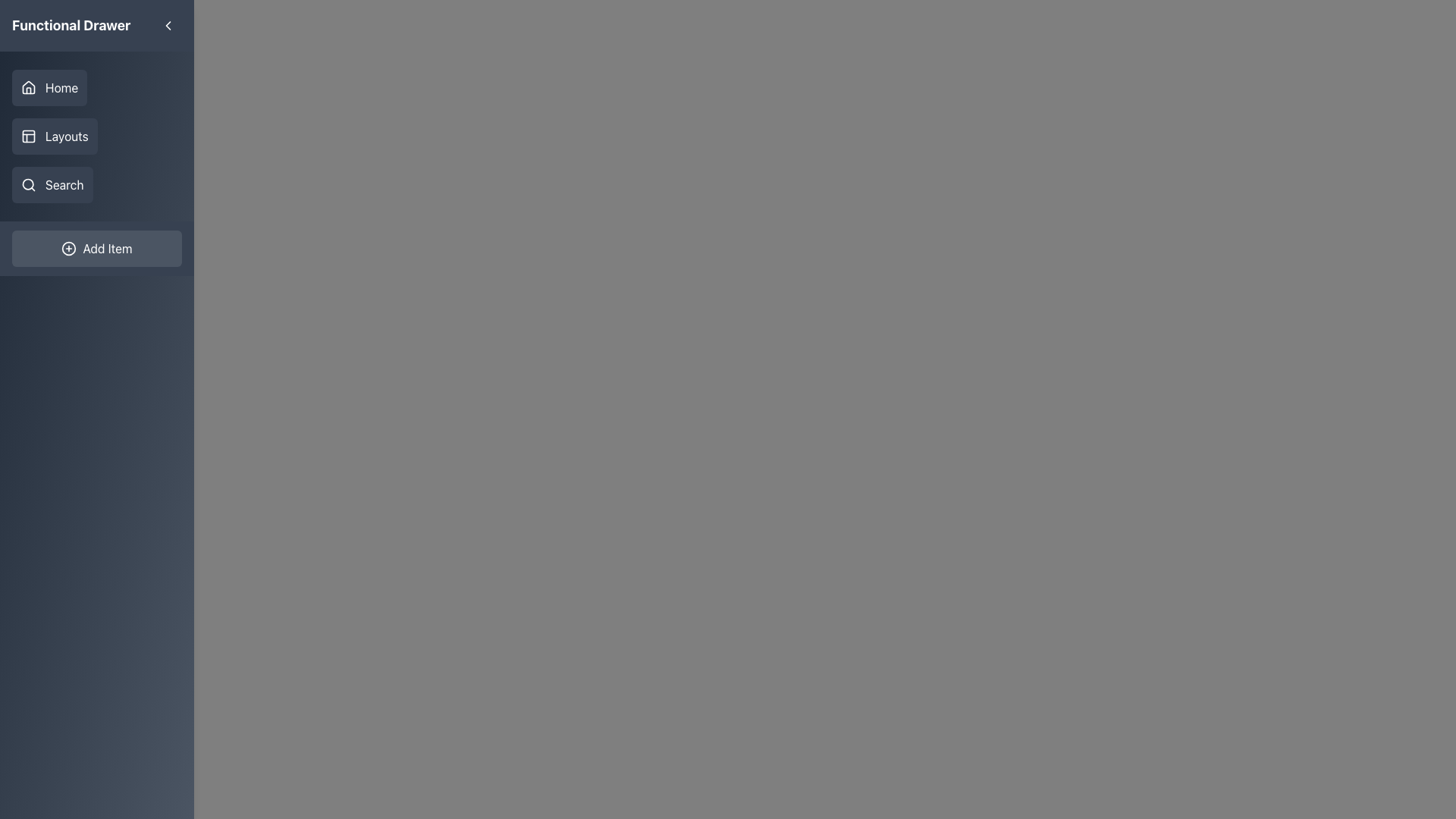 This screenshot has width=1456, height=819. What do you see at coordinates (49, 87) in the screenshot?
I see `the 'Home' button with a house icon located in the left sidebar` at bounding box center [49, 87].